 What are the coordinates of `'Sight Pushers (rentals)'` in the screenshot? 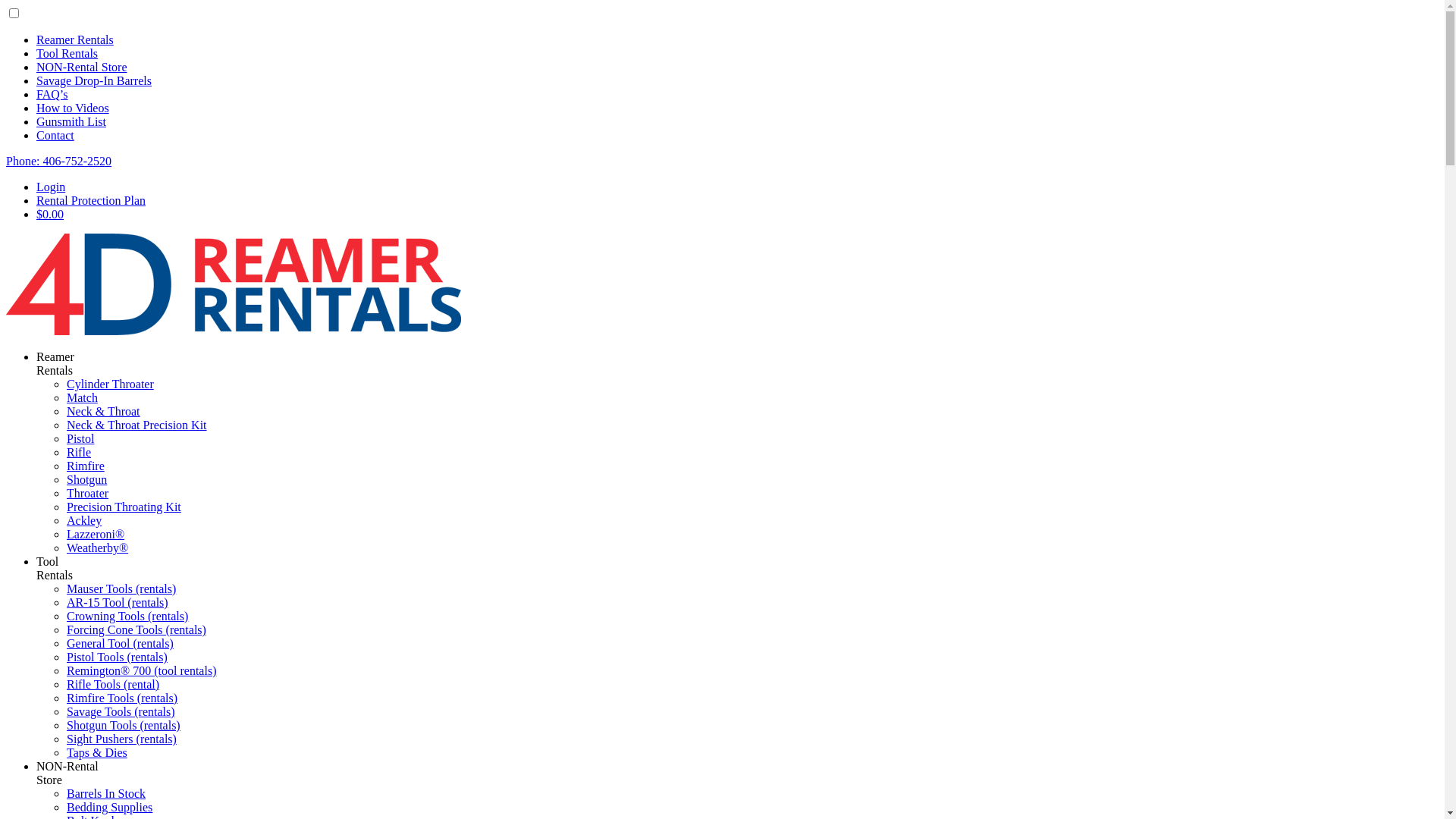 It's located at (121, 738).